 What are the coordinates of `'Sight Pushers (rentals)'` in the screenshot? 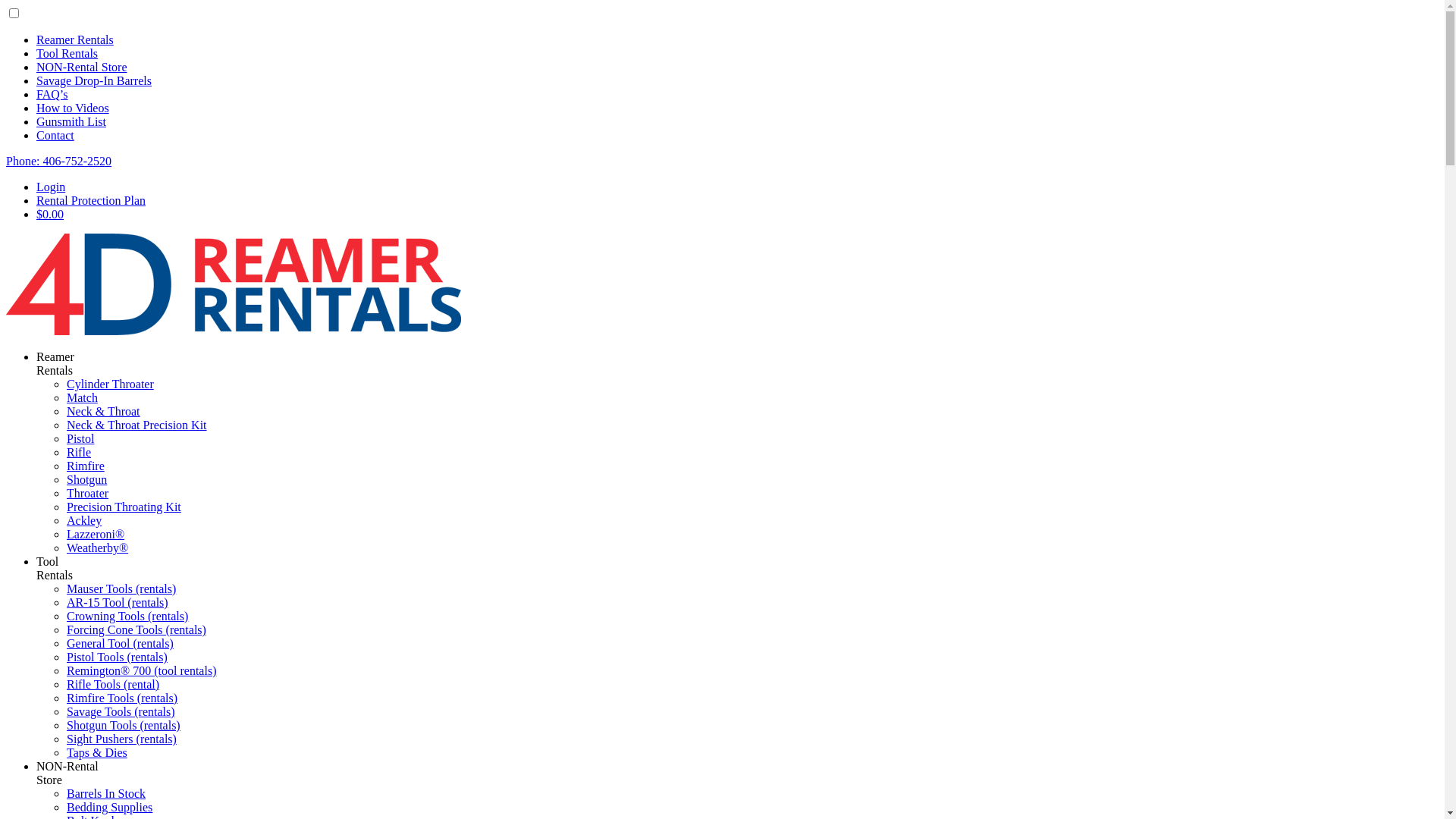 It's located at (121, 738).